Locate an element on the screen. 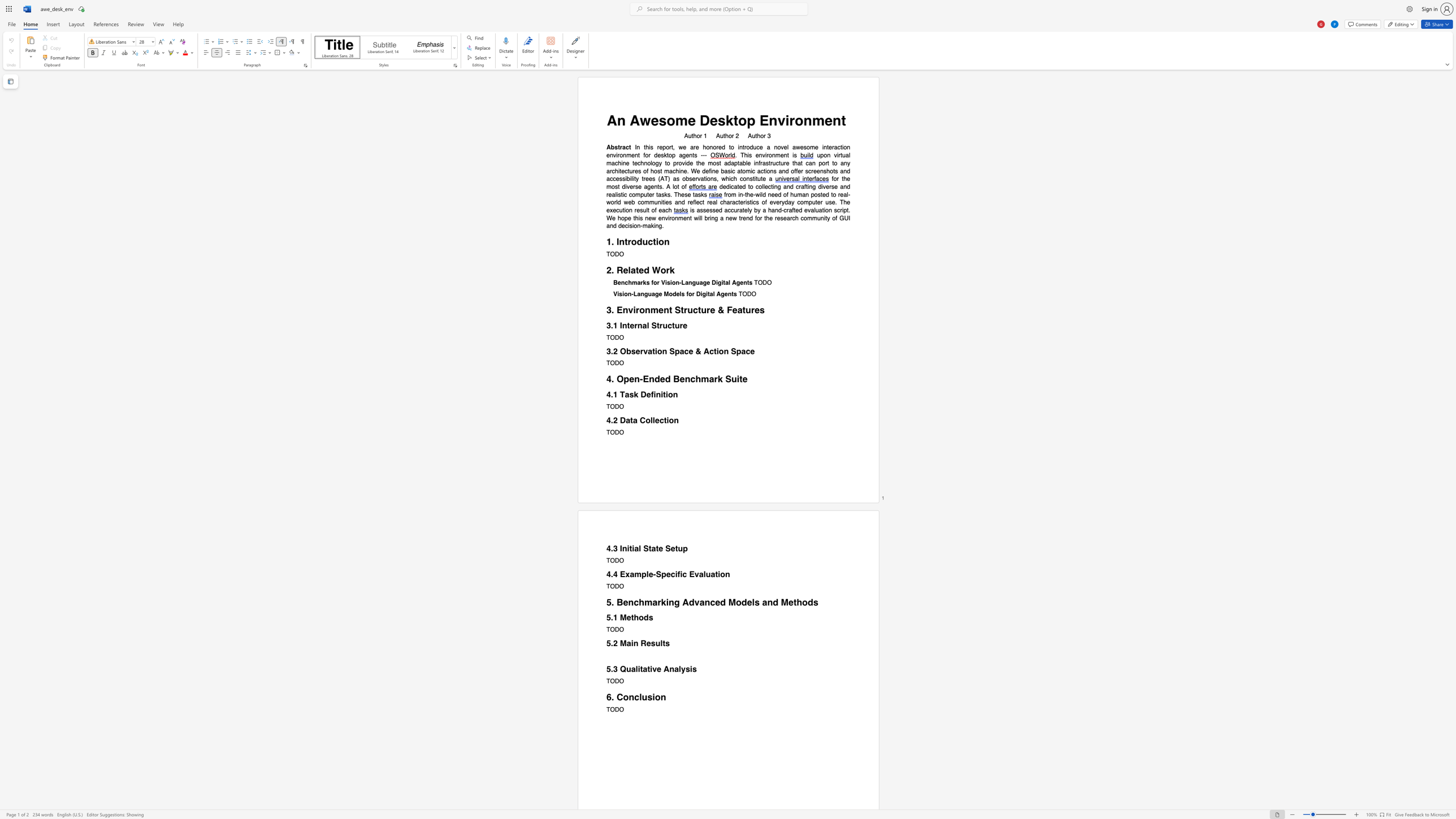  the subset text "esome Desktop Envir" within the text "An Awesome Desktop Environment" is located at coordinates (650, 120).